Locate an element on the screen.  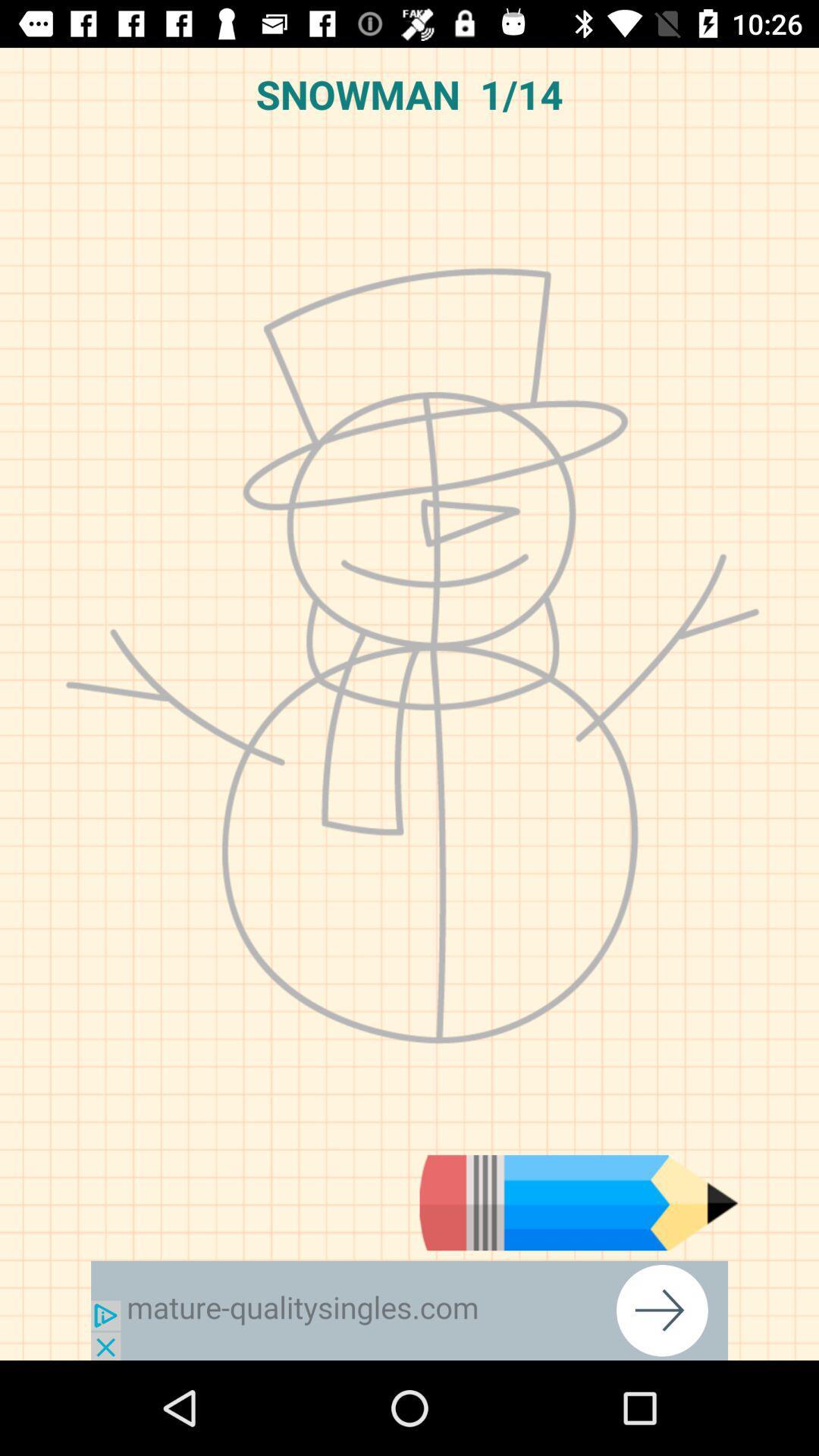
advertisement is located at coordinates (409, 1310).